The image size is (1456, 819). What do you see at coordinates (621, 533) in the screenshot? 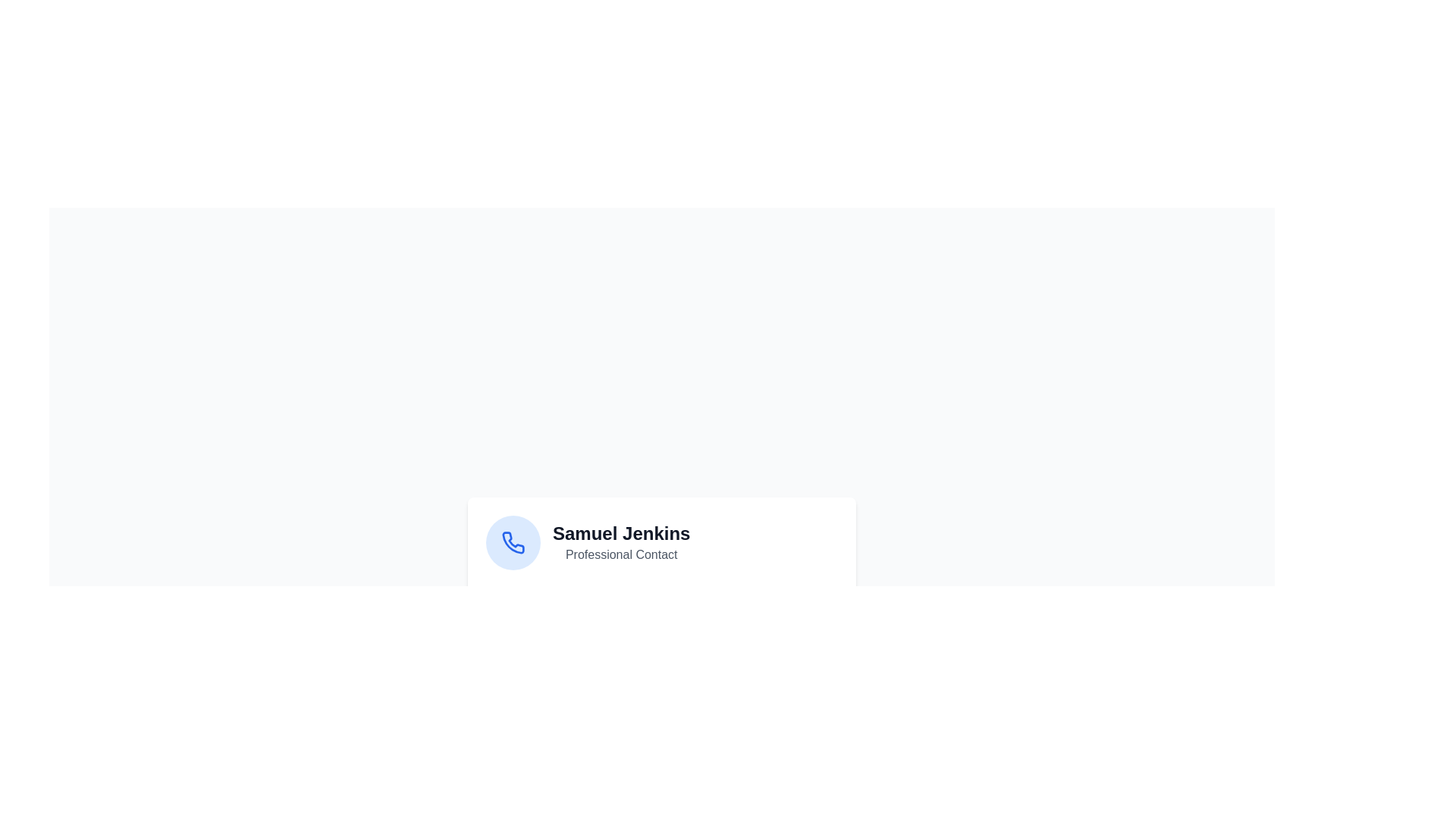
I see `the bold, large-sized text 'Samuel Jenkins' which is positioned above the smaller text 'Professional Contact' and adjacent to a phone icon` at bounding box center [621, 533].